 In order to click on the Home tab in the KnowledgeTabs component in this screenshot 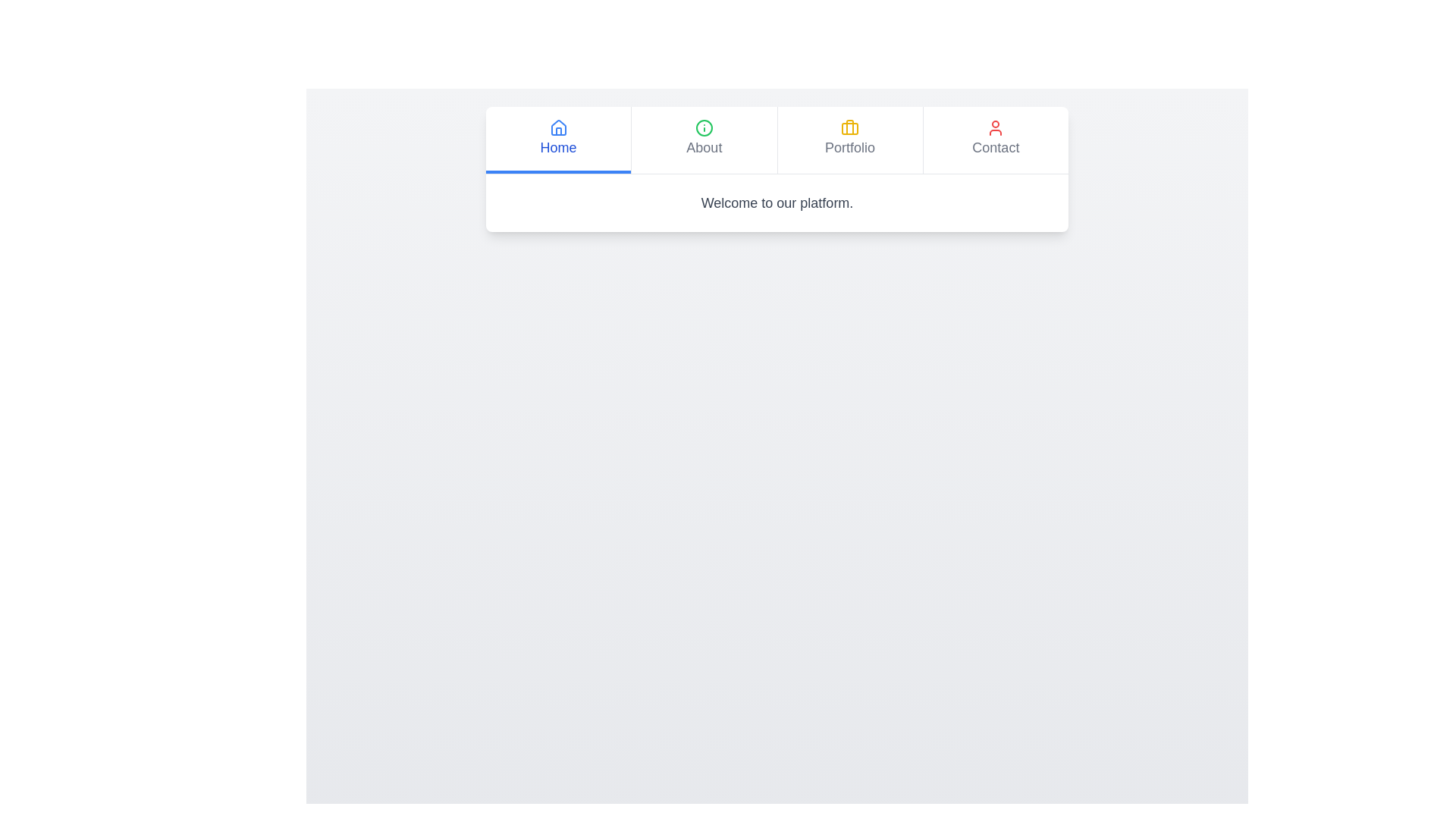, I will do `click(557, 140)`.